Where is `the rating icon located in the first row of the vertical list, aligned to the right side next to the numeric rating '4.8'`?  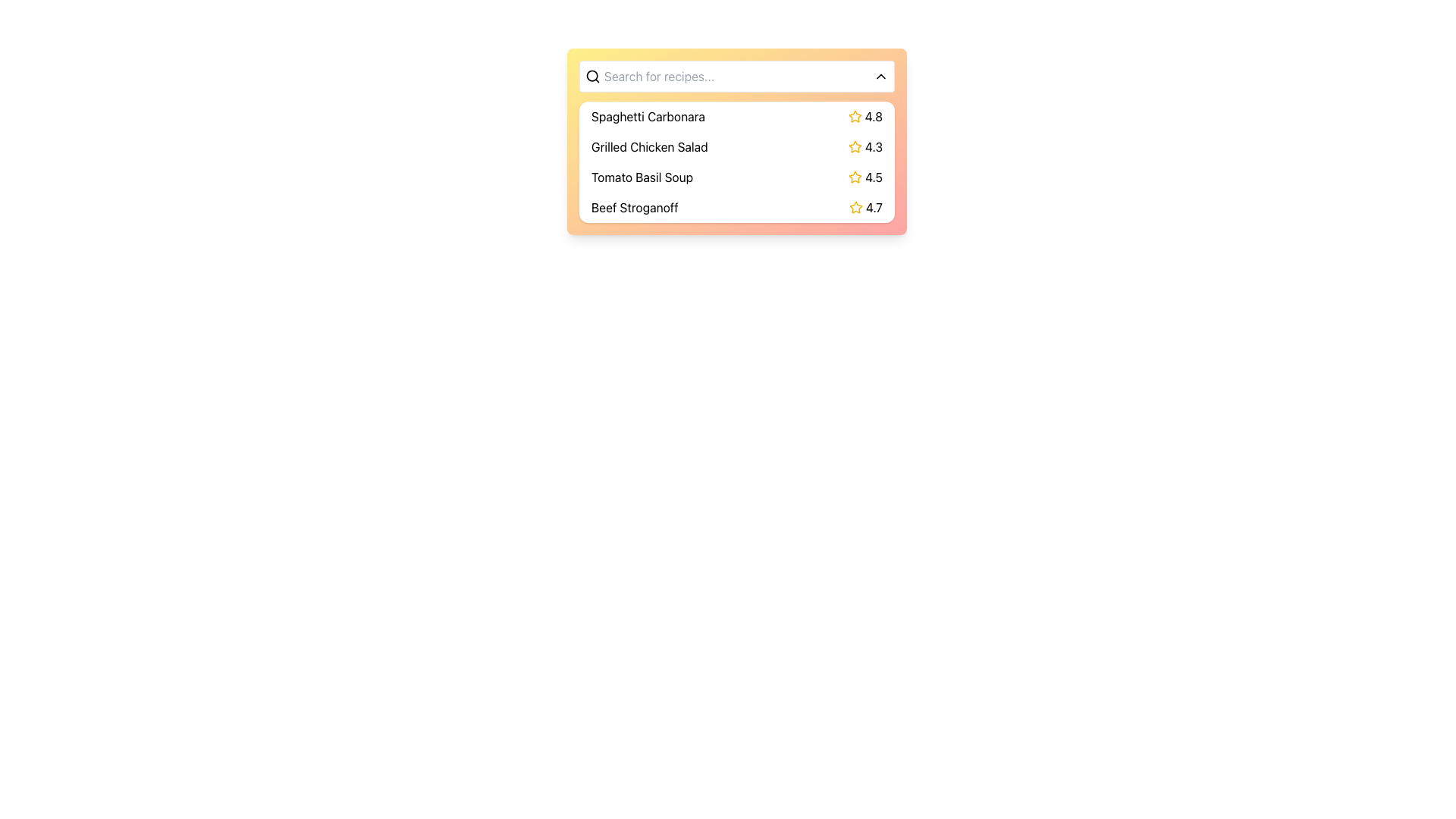 the rating icon located in the first row of the vertical list, aligned to the right side next to the numeric rating '4.8' is located at coordinates (855, 115).